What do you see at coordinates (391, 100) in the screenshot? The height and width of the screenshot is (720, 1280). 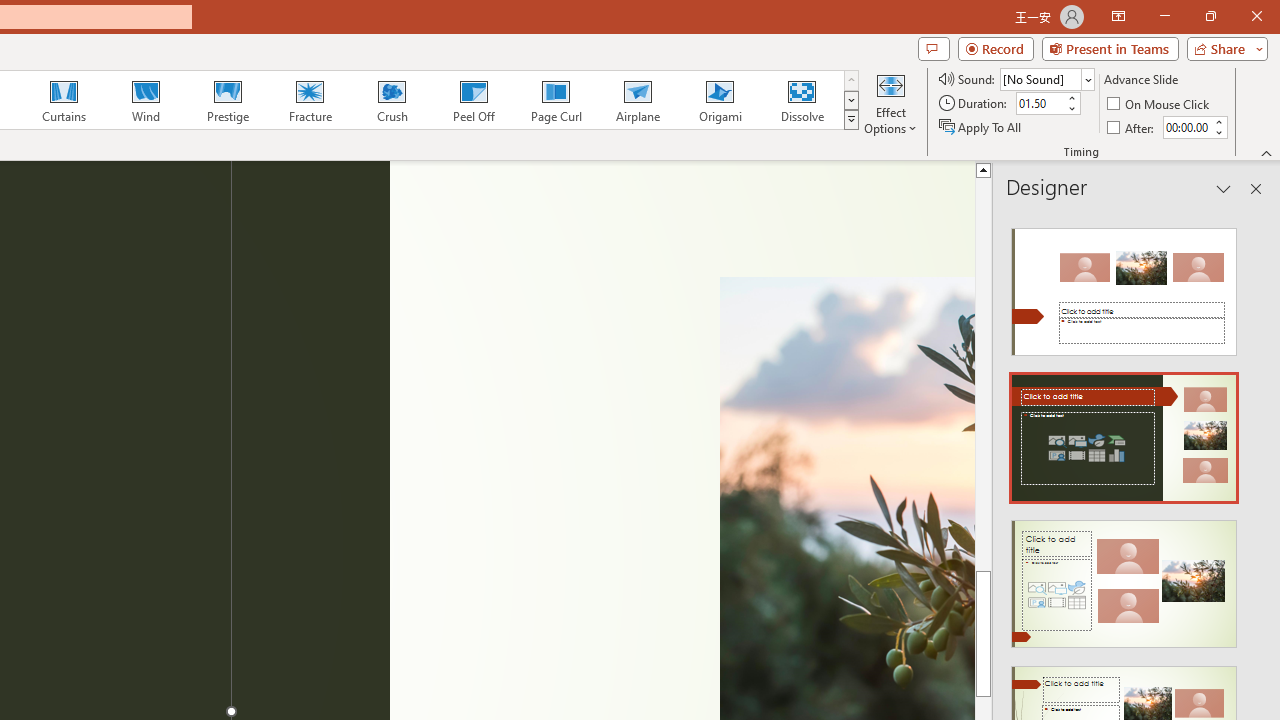 I see `'Crush'` at bounding box center [391, 100].